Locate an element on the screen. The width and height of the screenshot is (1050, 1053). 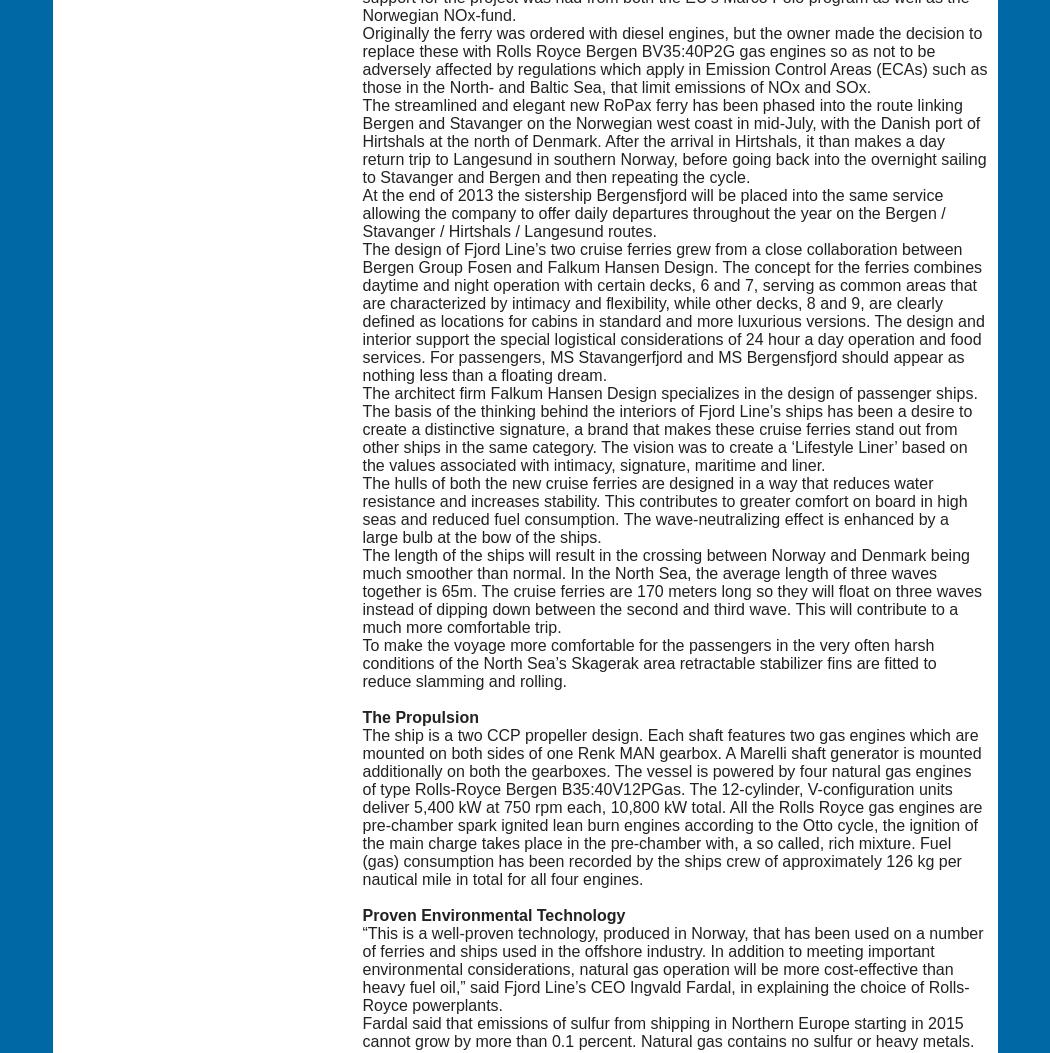
'The ship is a two CCP propeller design. Each shaft features two gas engines which are mounted on both sides of one Renk MAN gearbox. A Marelli shaft generator is mounted additionally on both the gearboxes. The vessel is powered by four natural gas engines of type Rolls-Royce Bergen B35:40V12PGas. The 12-cylinder, V-configuration units deliver 5,400 kW at 750 rpm each, 10,800 kW total. All the Rolls Royce gas engines are pre-chamber spark ignited lean burn engines according to the Otto cycle, the ignition of the main charge takes place in the pre-chamber with, a so called, rich mixture. Fuel (gas) consumption has been recorded by the ships crew of approximately 126 kg per nautical mile in total for all four engines.' is located at coordinates (671, 806).